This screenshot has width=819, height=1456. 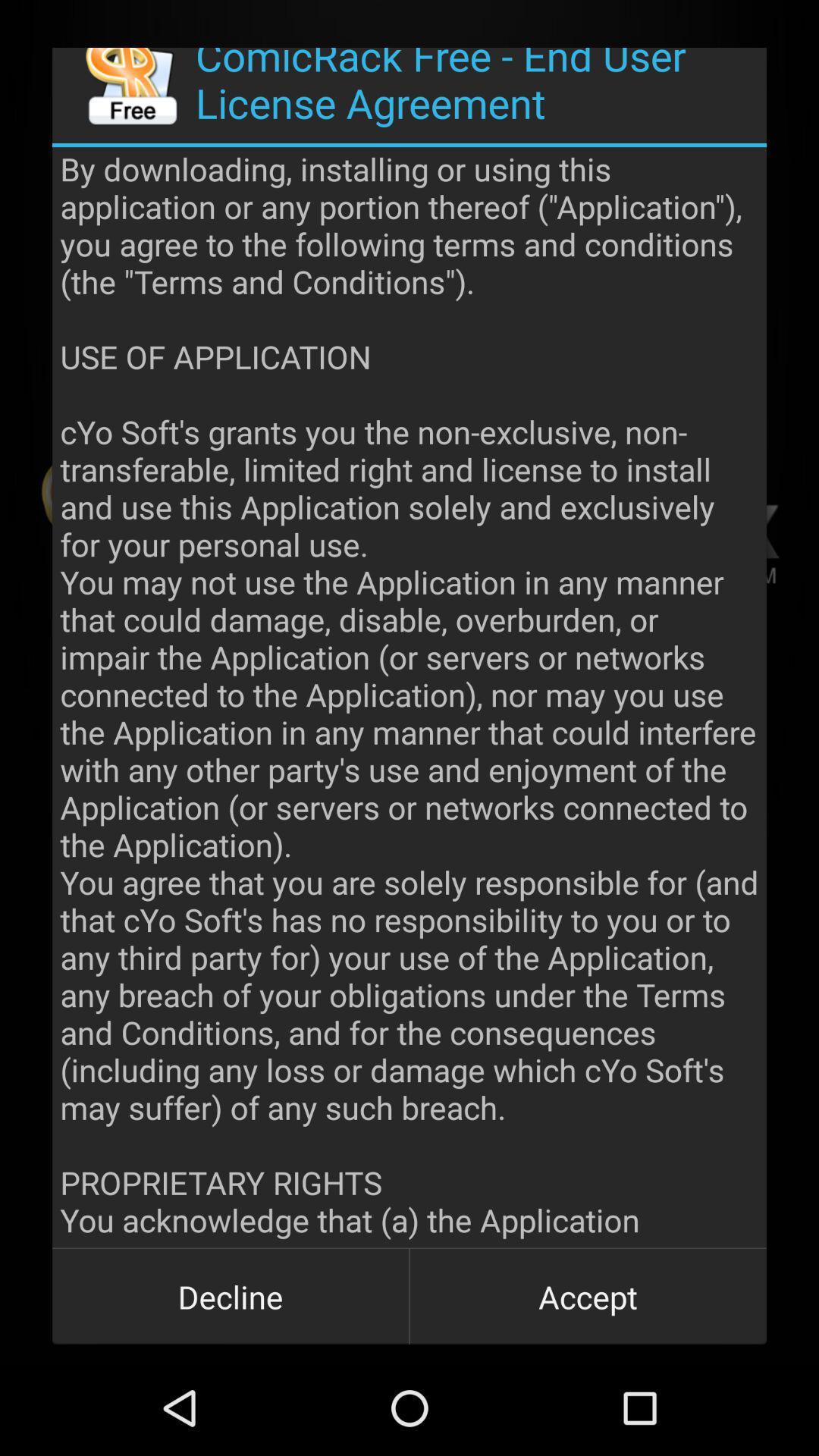 What do you see at coordinates (587, 1295) in the screenshot?
I see `the accept` at bounding box center [587, 1295].